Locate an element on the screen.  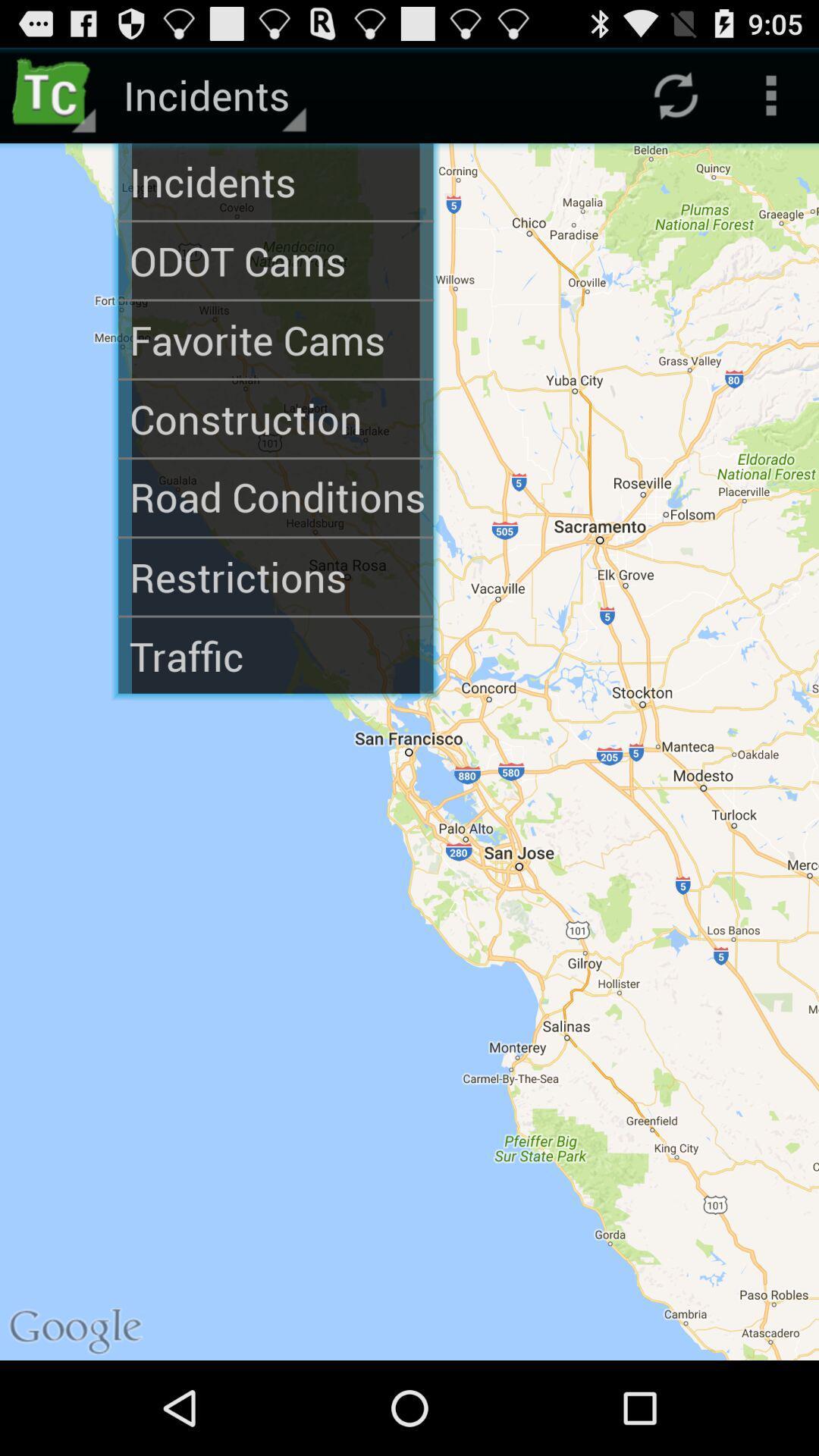
the restrictions icon is located at coordinates (275, 576).